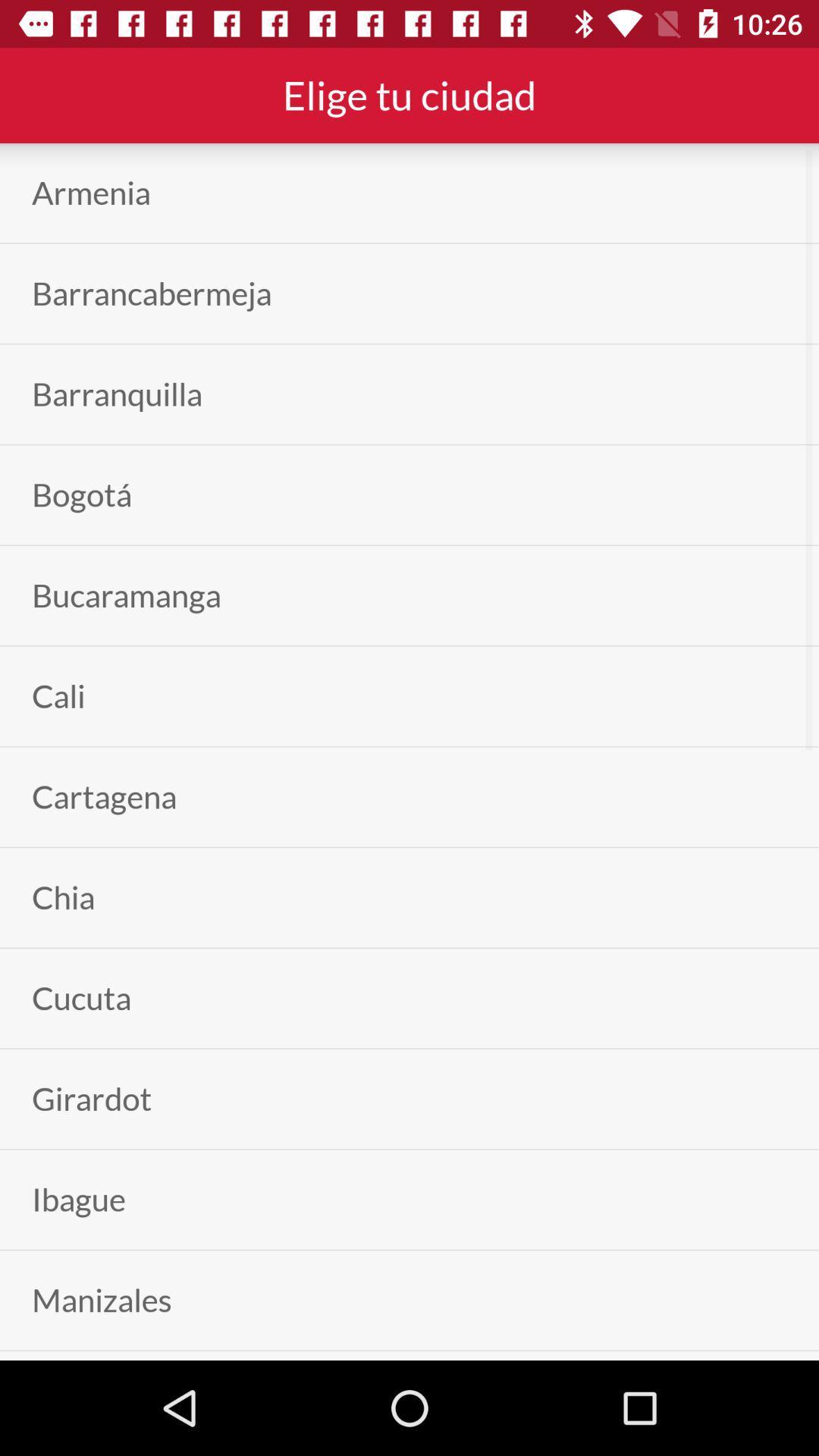 This screenshot has height=1456, width=819. Describe the element at coordinates (116, 394) in the screenshot. I see `app below barrancabermeja item` at that location.